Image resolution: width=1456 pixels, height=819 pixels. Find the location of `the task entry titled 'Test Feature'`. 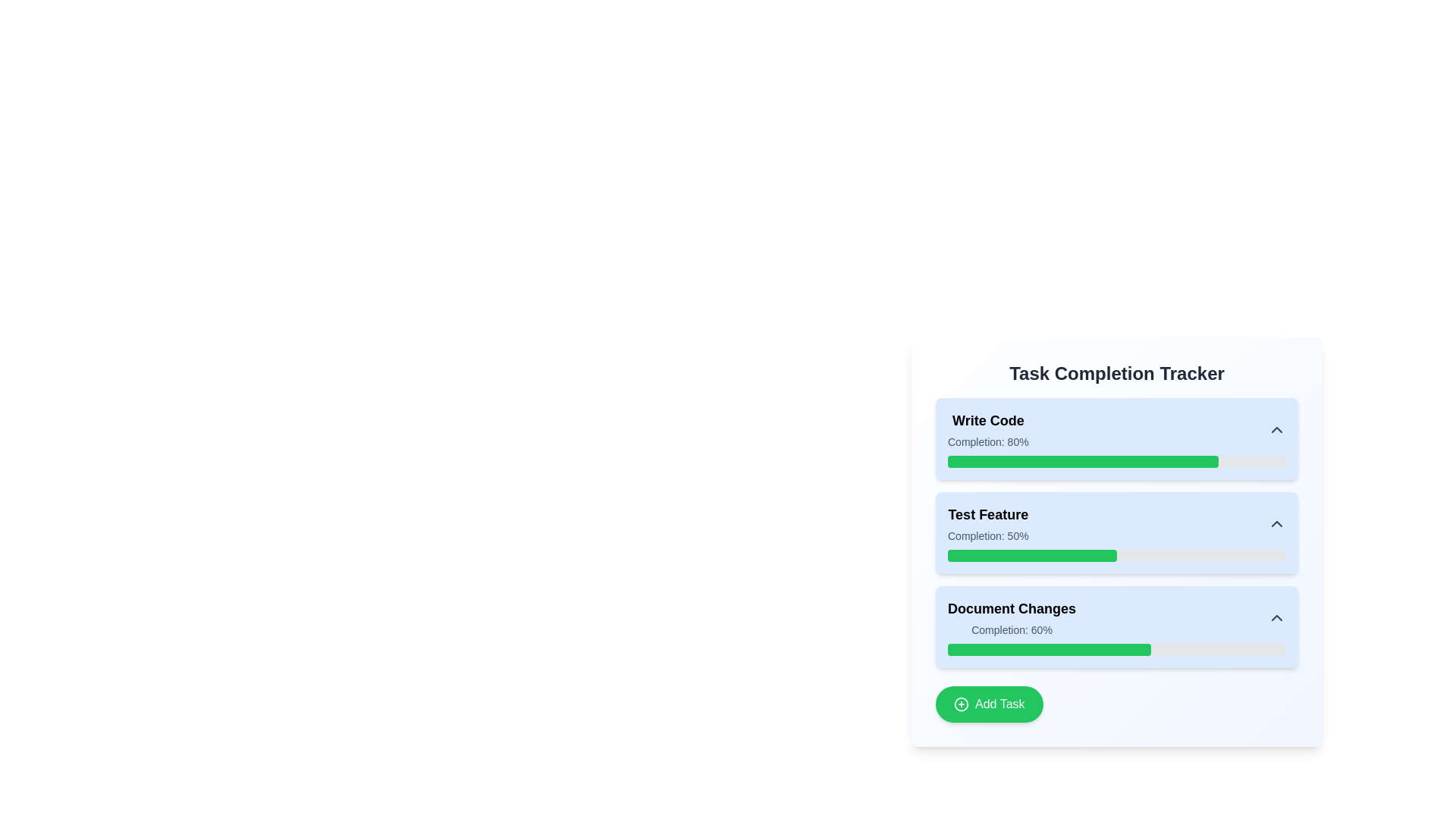

the task entry titled 'Test Feature' is located at coordinates (1117, 522).